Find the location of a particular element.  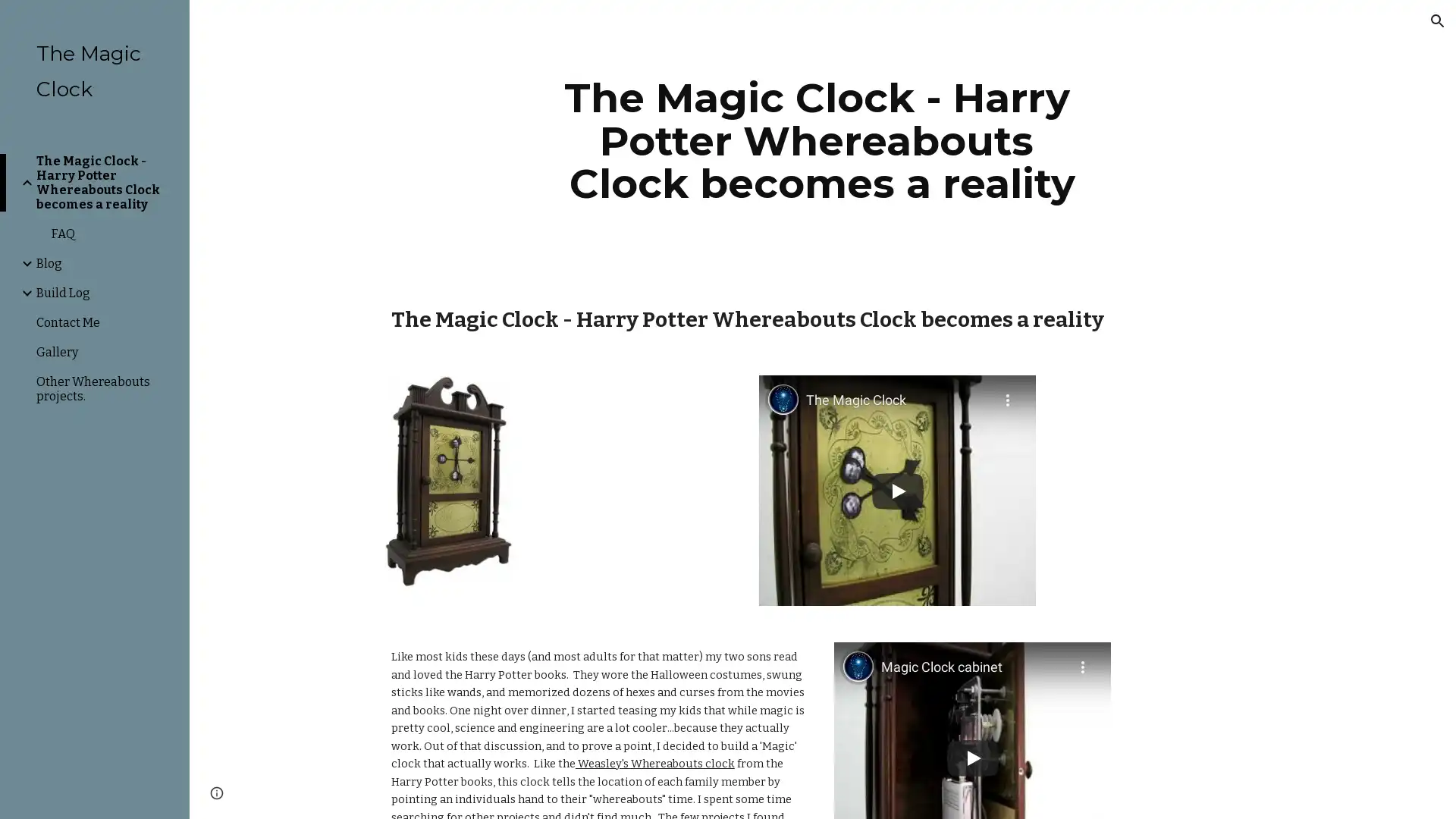

Copy heading link is located at coordinates (1121, 318).